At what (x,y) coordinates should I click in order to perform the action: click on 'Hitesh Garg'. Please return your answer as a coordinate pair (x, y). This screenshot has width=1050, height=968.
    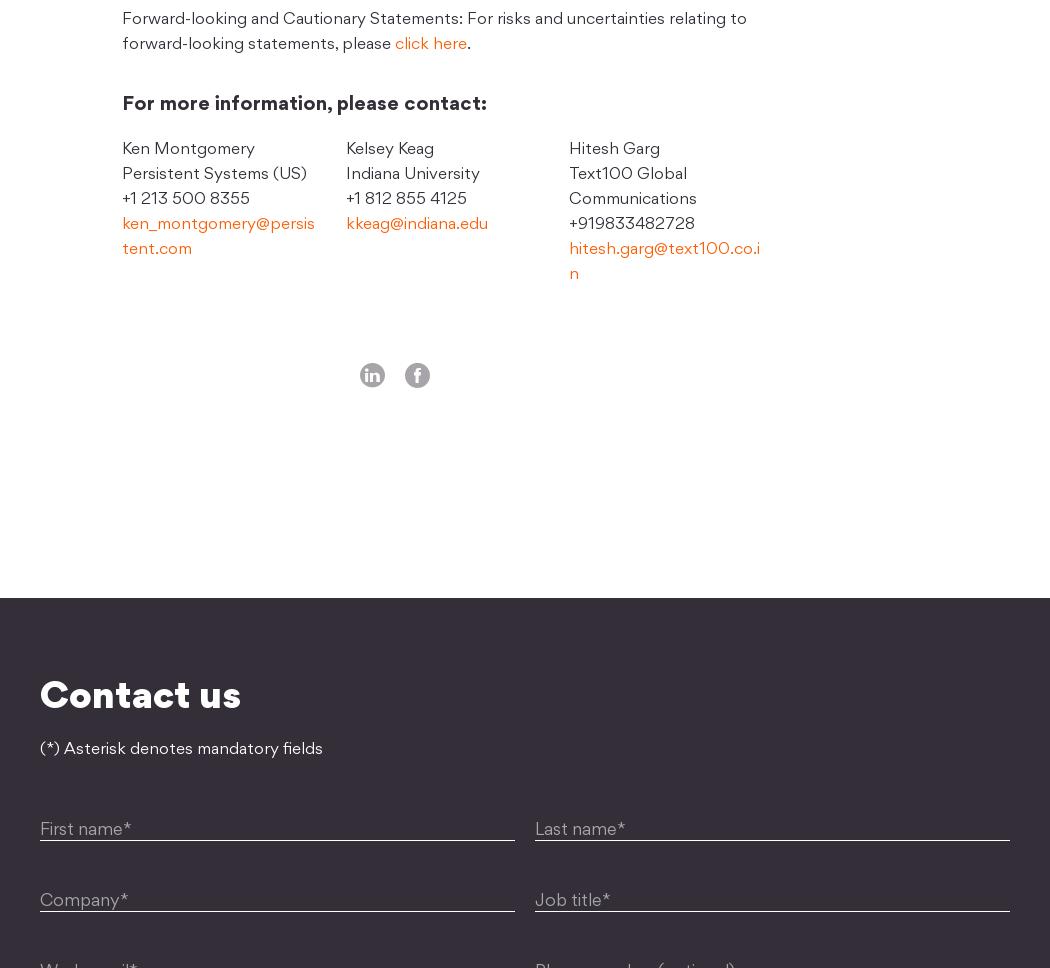
    Looking at the image, I should click on (614, 149).